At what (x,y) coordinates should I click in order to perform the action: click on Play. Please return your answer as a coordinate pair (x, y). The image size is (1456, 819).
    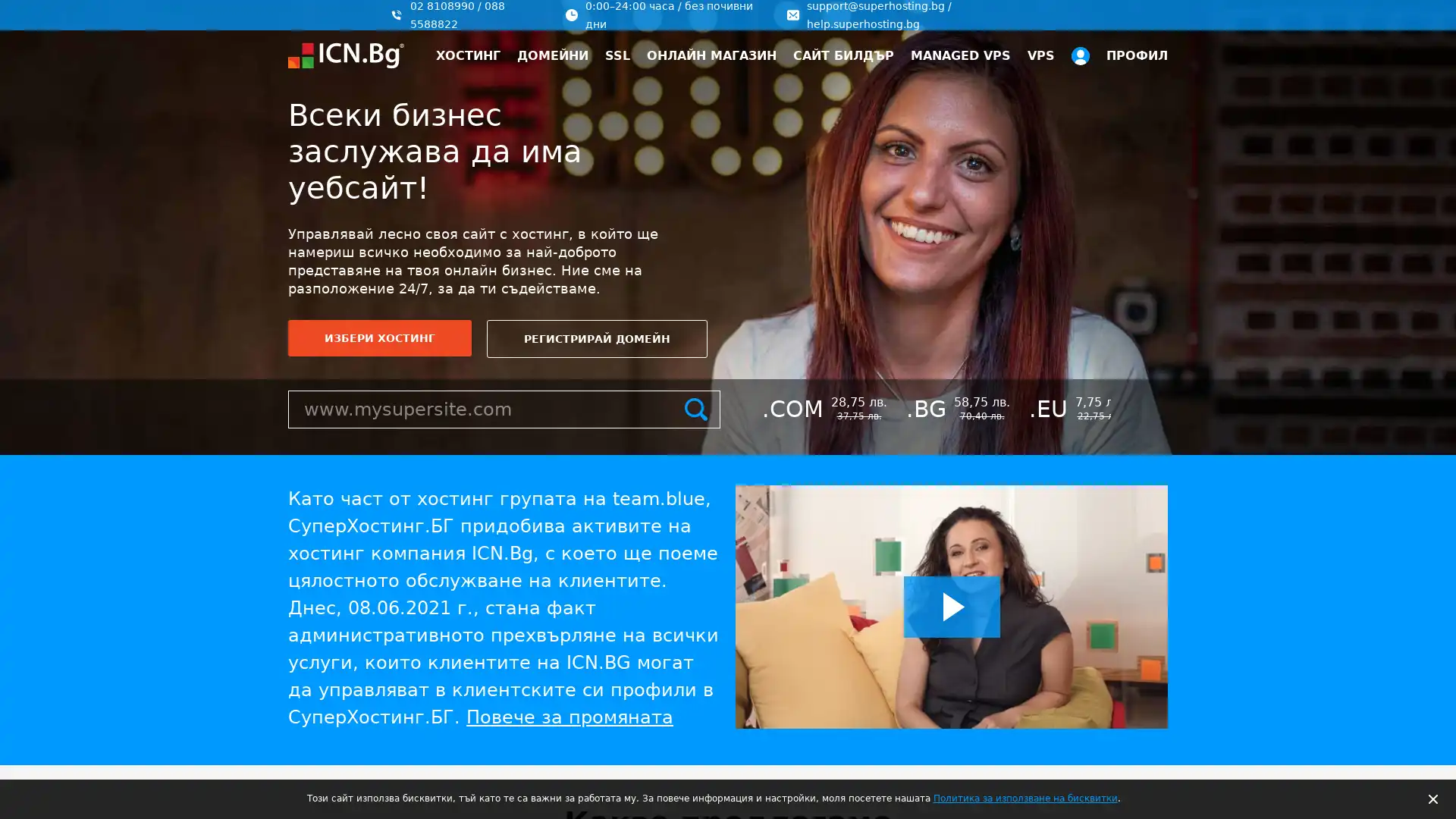
    Looking at the image, I should click on (951, 606).